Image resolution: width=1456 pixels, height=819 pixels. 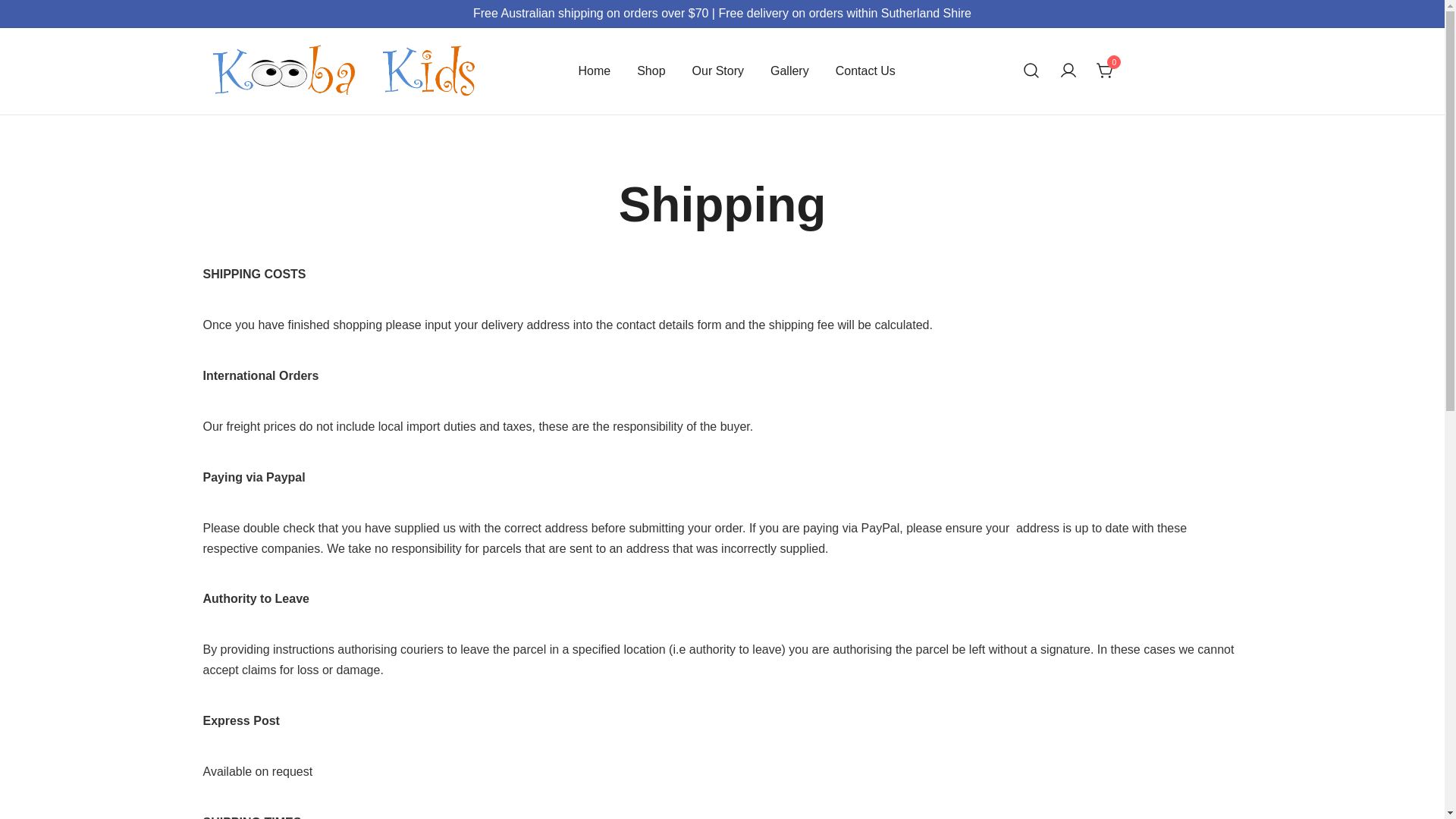 What do you see at coordinates (1068, 71) in the screenshot?
I see `'Your account'` at bounding box center [1068, 71].